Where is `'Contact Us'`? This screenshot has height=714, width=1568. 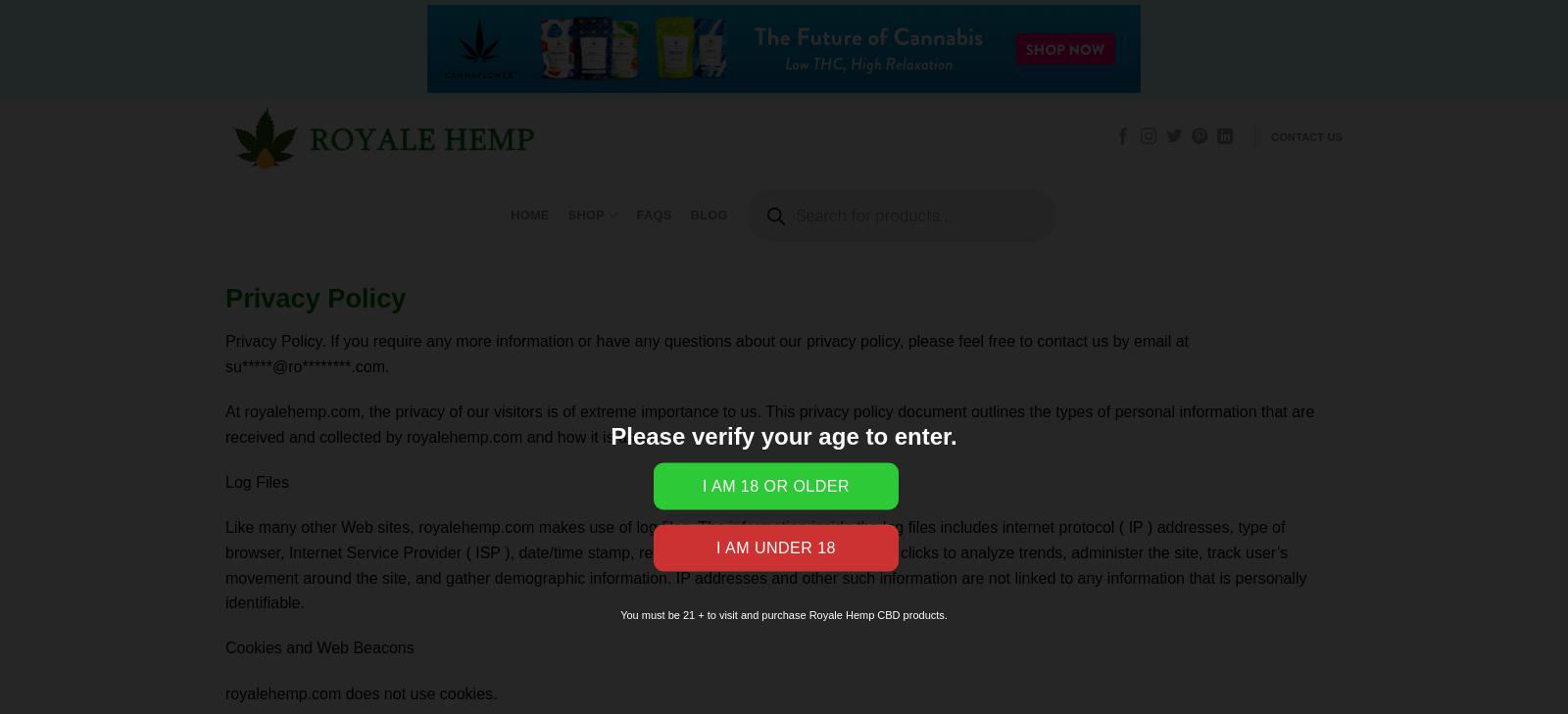
'Contact Us' is located at coordinates (1305, 135).